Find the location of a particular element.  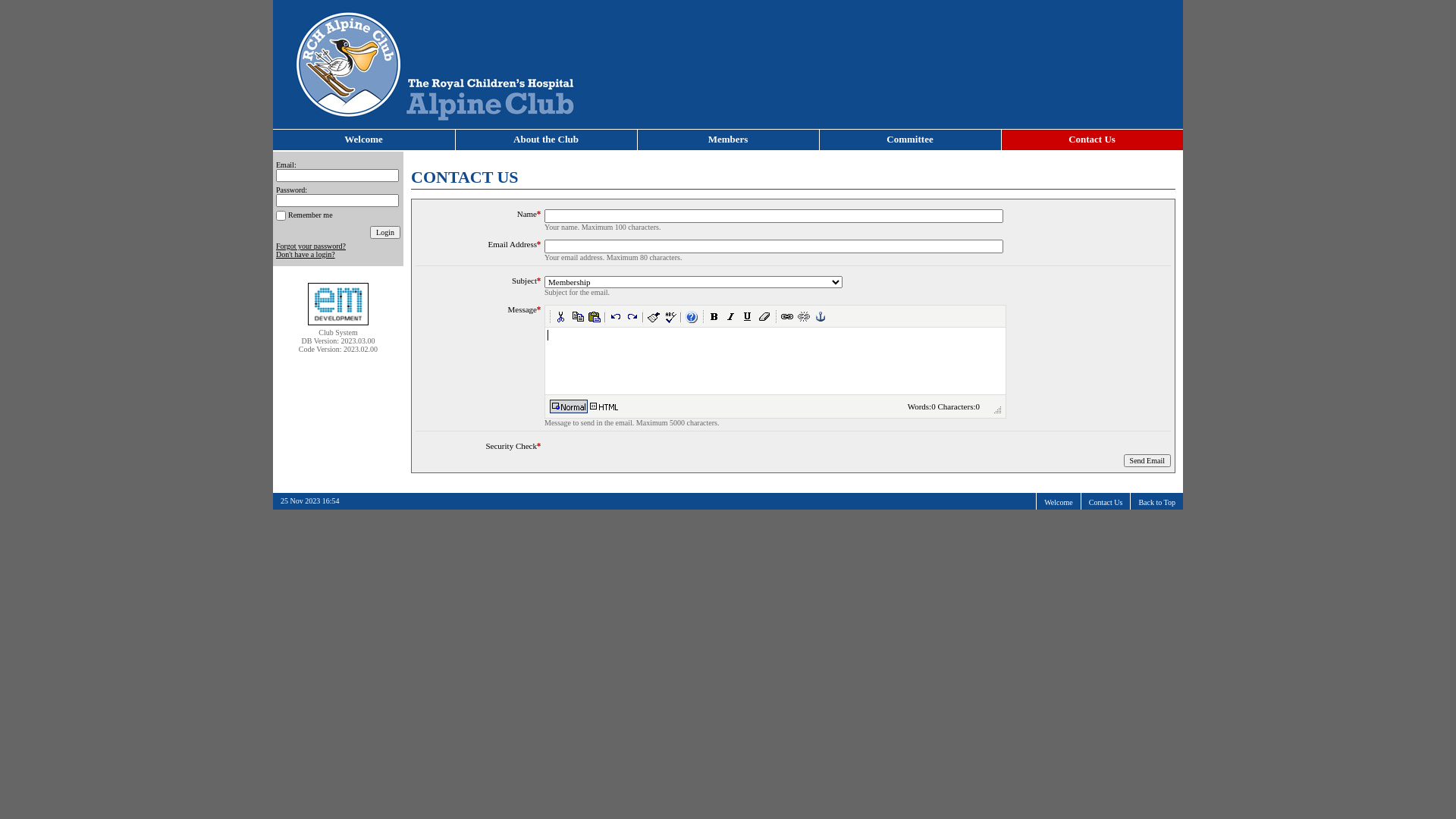

'separator' is located at coordinates (643, 315).